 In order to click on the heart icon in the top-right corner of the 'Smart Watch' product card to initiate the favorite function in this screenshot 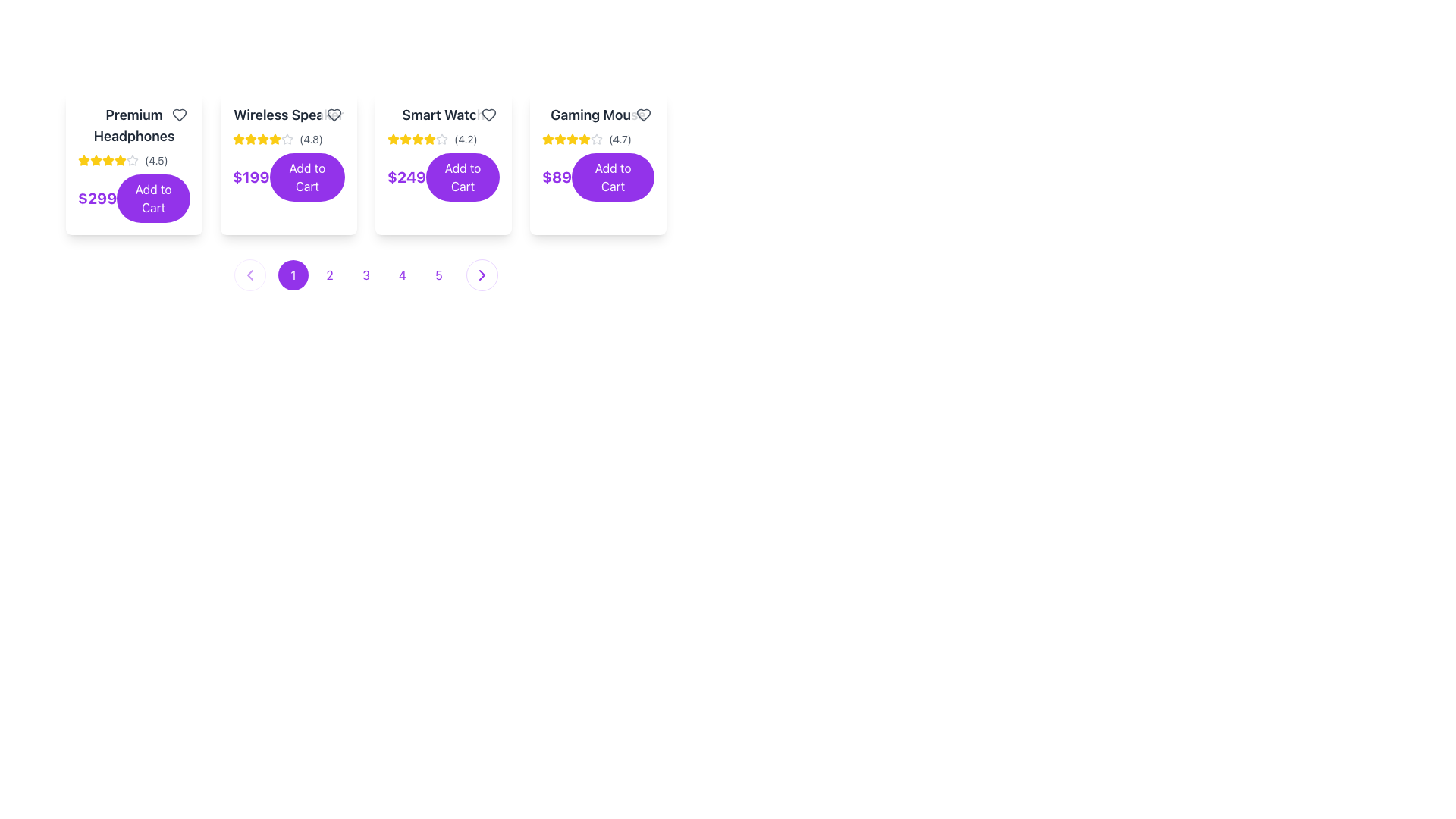, I will do `click(488, 114)`.